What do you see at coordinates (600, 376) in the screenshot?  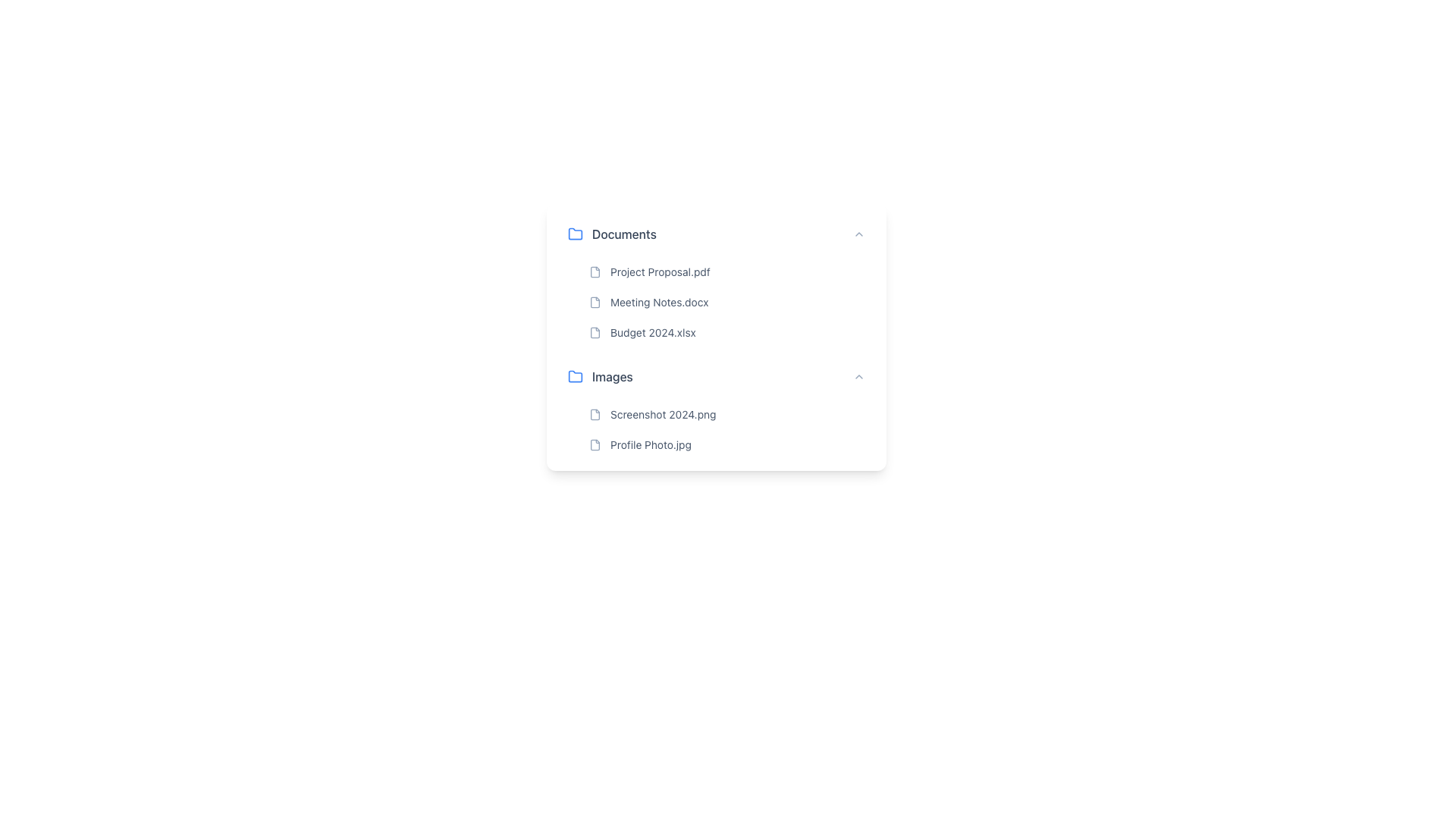 I see `the 'Images' text label, which is a medium-weight text next to a blue folder icon` at bounding box center [600, 376].